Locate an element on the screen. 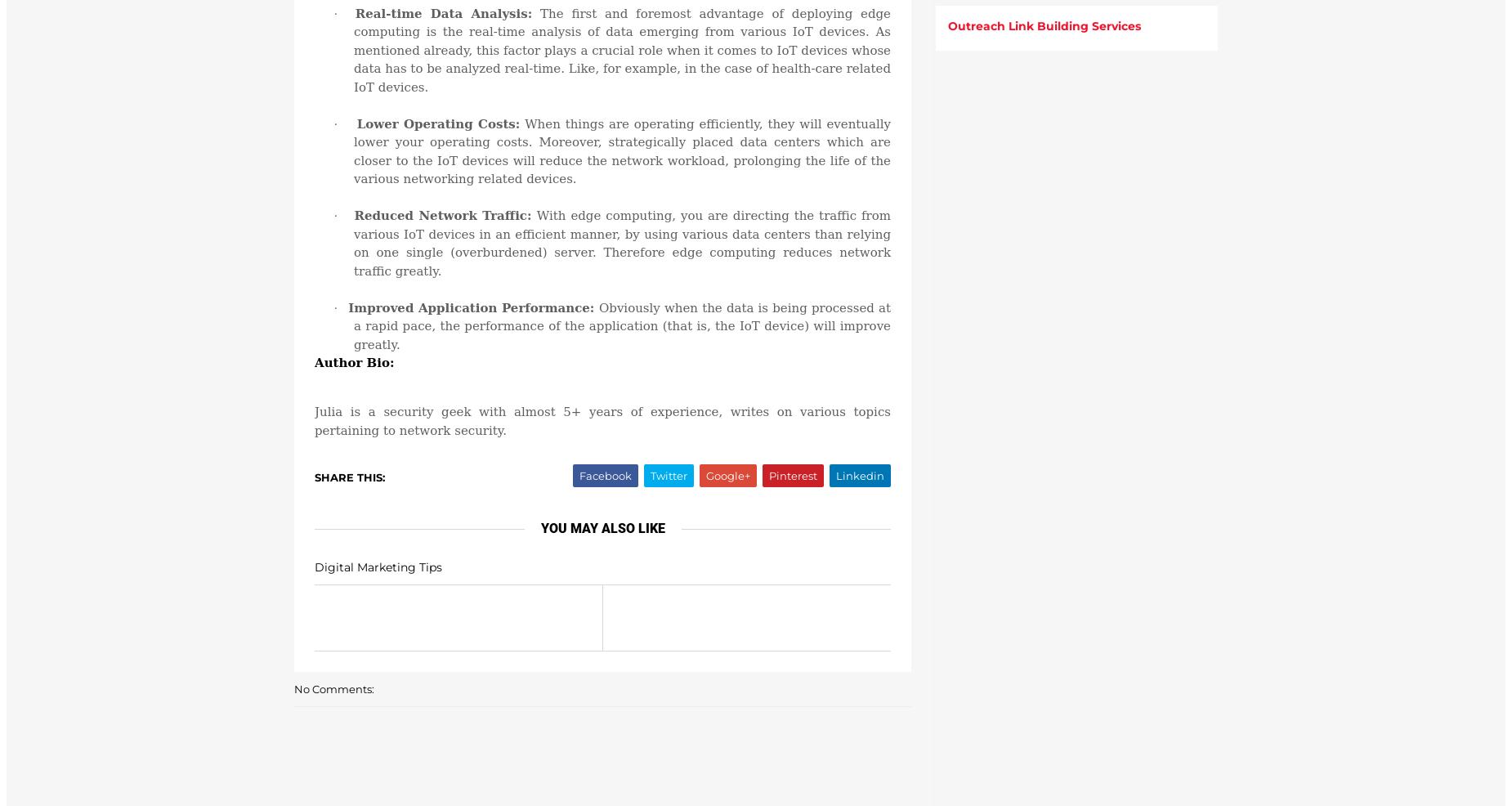 This screenshot has height=806, width=1512. 'Lower Operating Costs:' is located at coordinates (356, 123).